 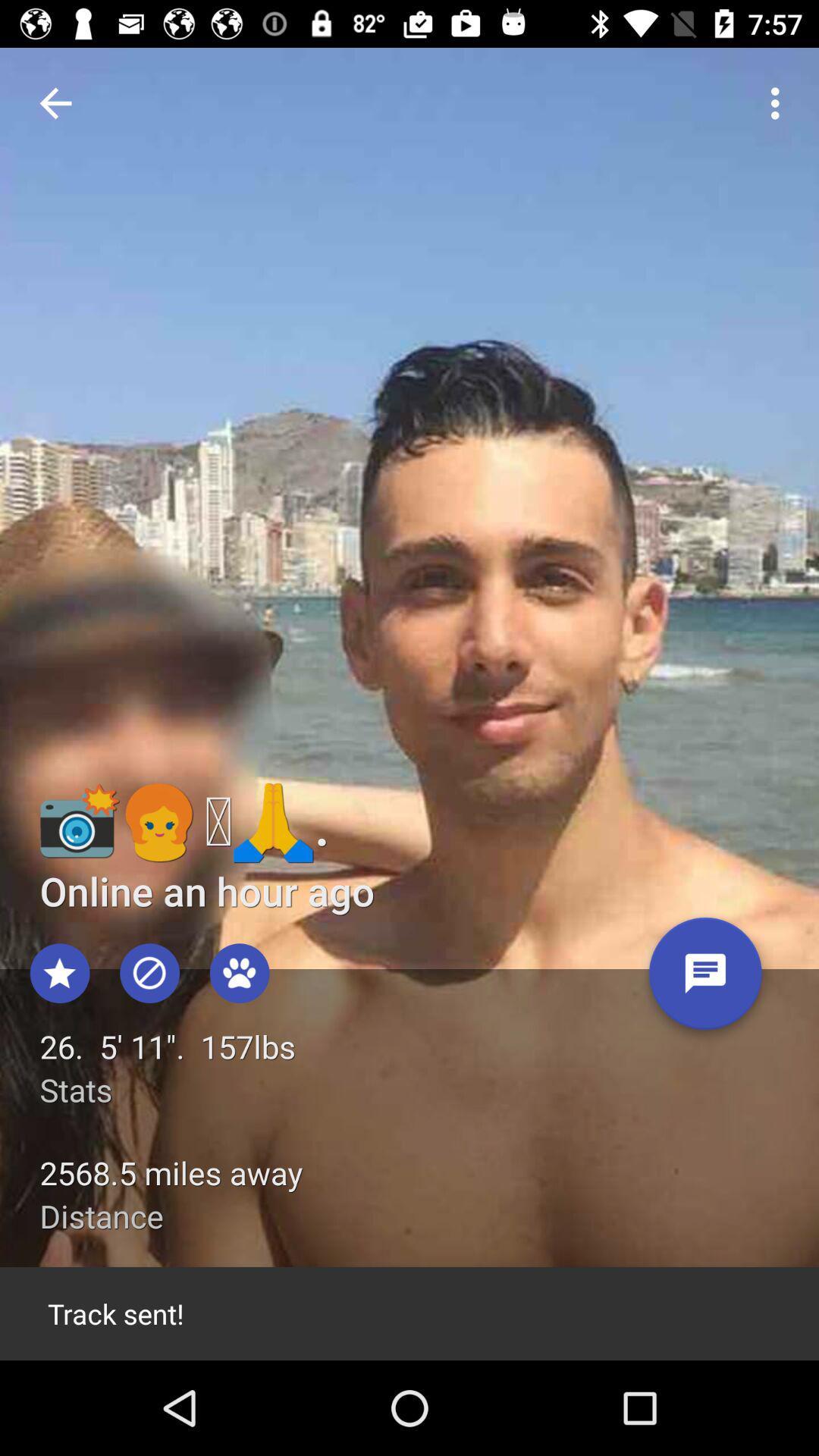 What do you see at coordinates (705, 979) in the screenshot?
I see `send message` at bounding box center [705, 979].